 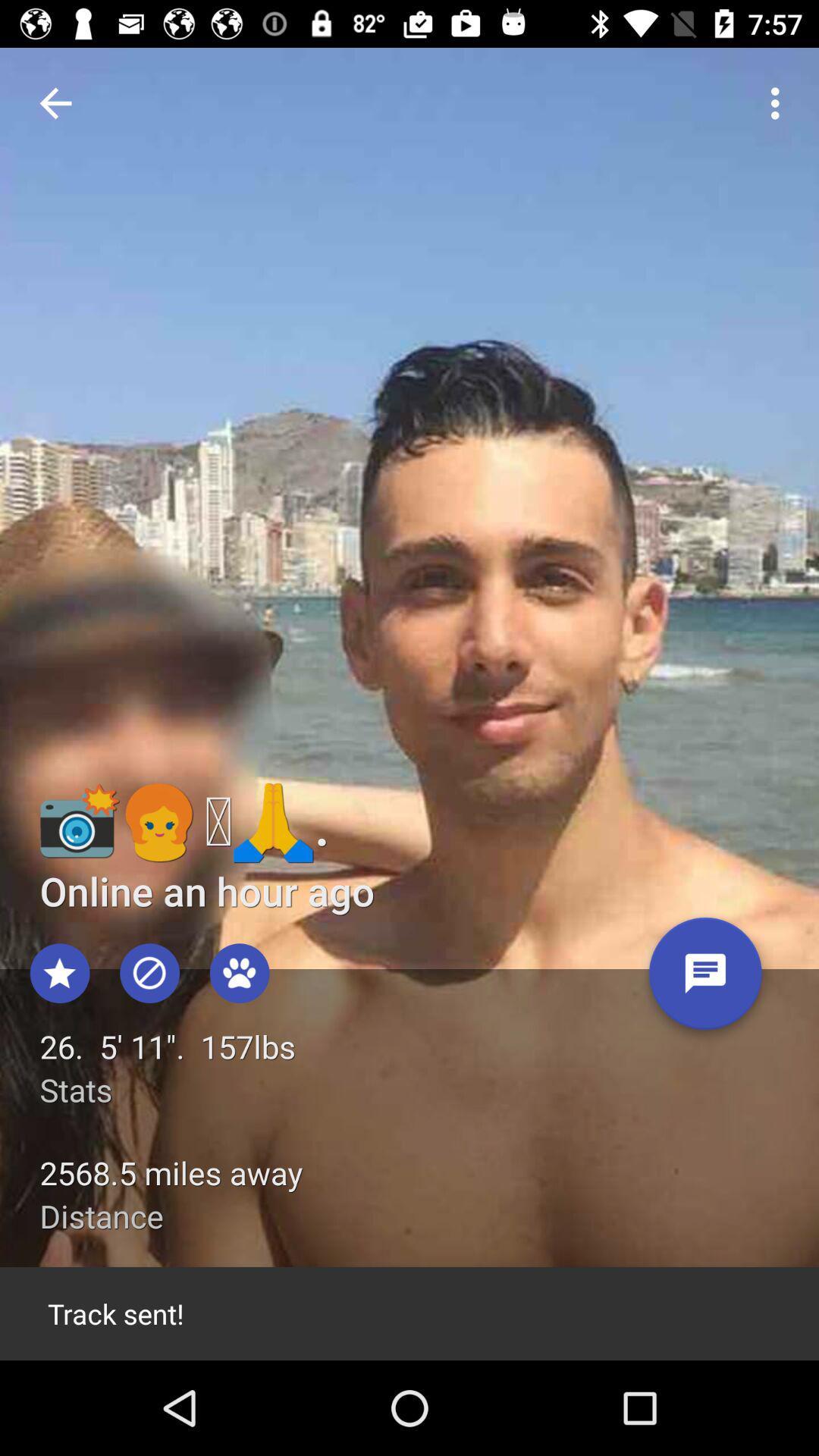 What do you see at coordinates (705, 979) in the screenshot?
I see `send message` at bounding box center [705, 979].